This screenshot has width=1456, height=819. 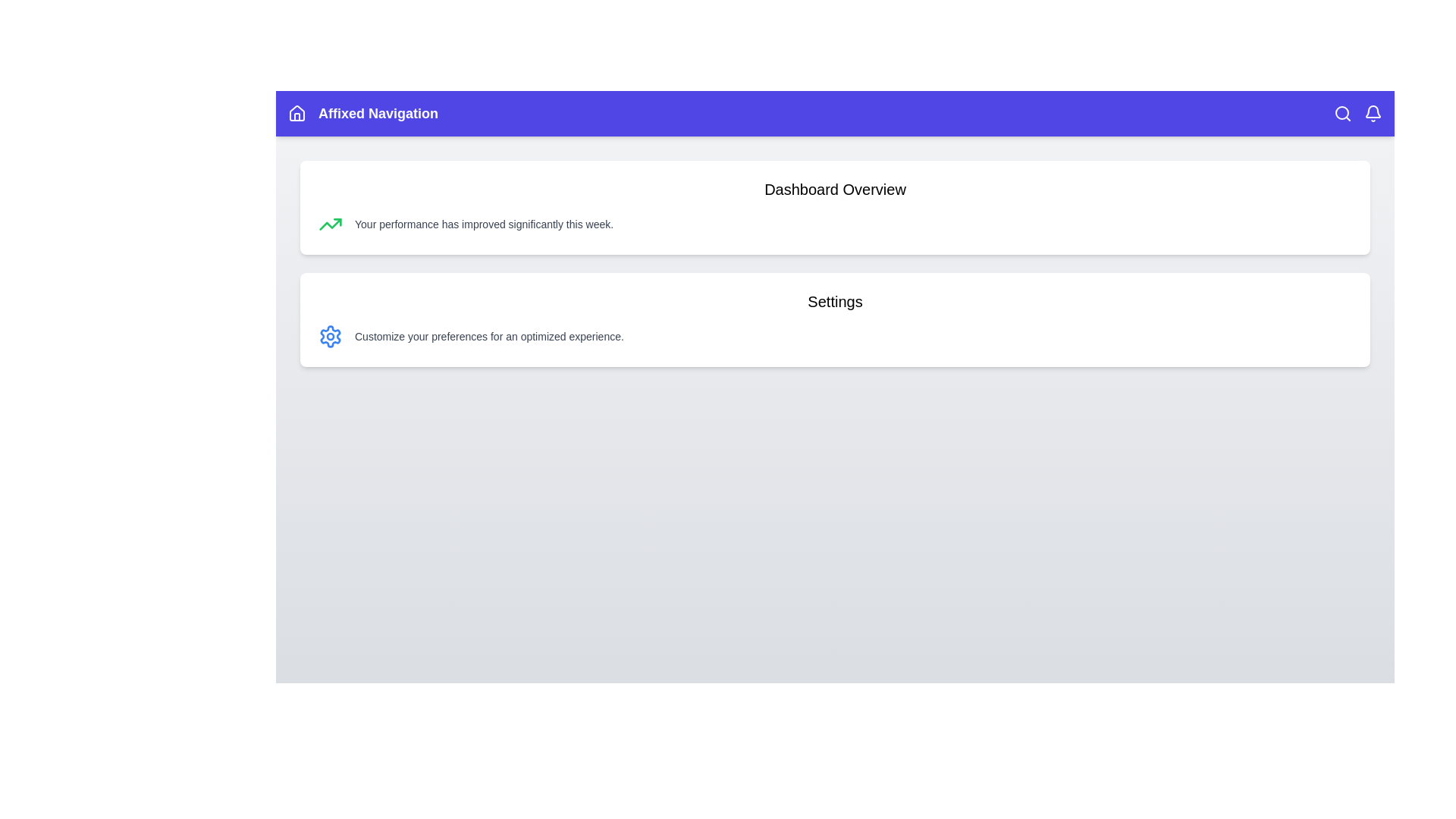 What do you see at coordinates (489, 335) in the screenshot?
I see `information provided by the Text label located to the right of the gear icon in the 'Settings' section, below the 'Dashboard Overview'` at bounding box center [489, 335].